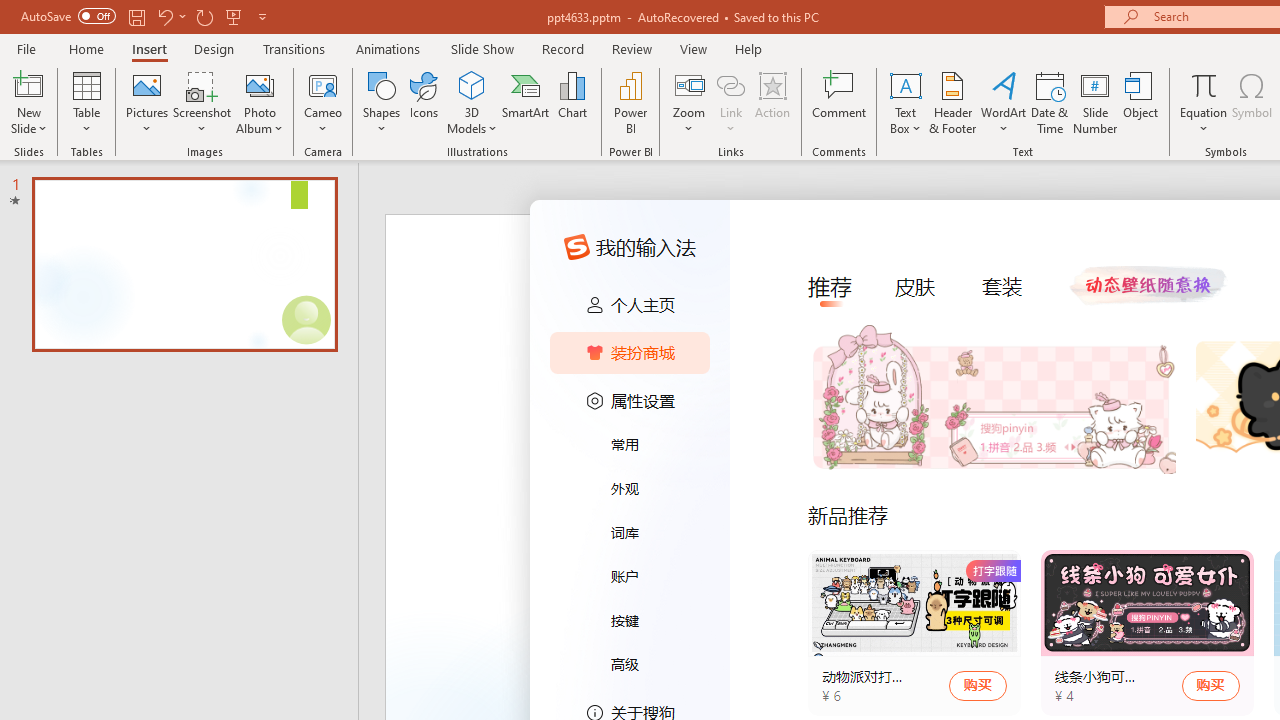 This screenshot has height=720, width=1280. Describe the element at coordinates (1141, 103) in the screenshot. I see `'Object...'` at that location.